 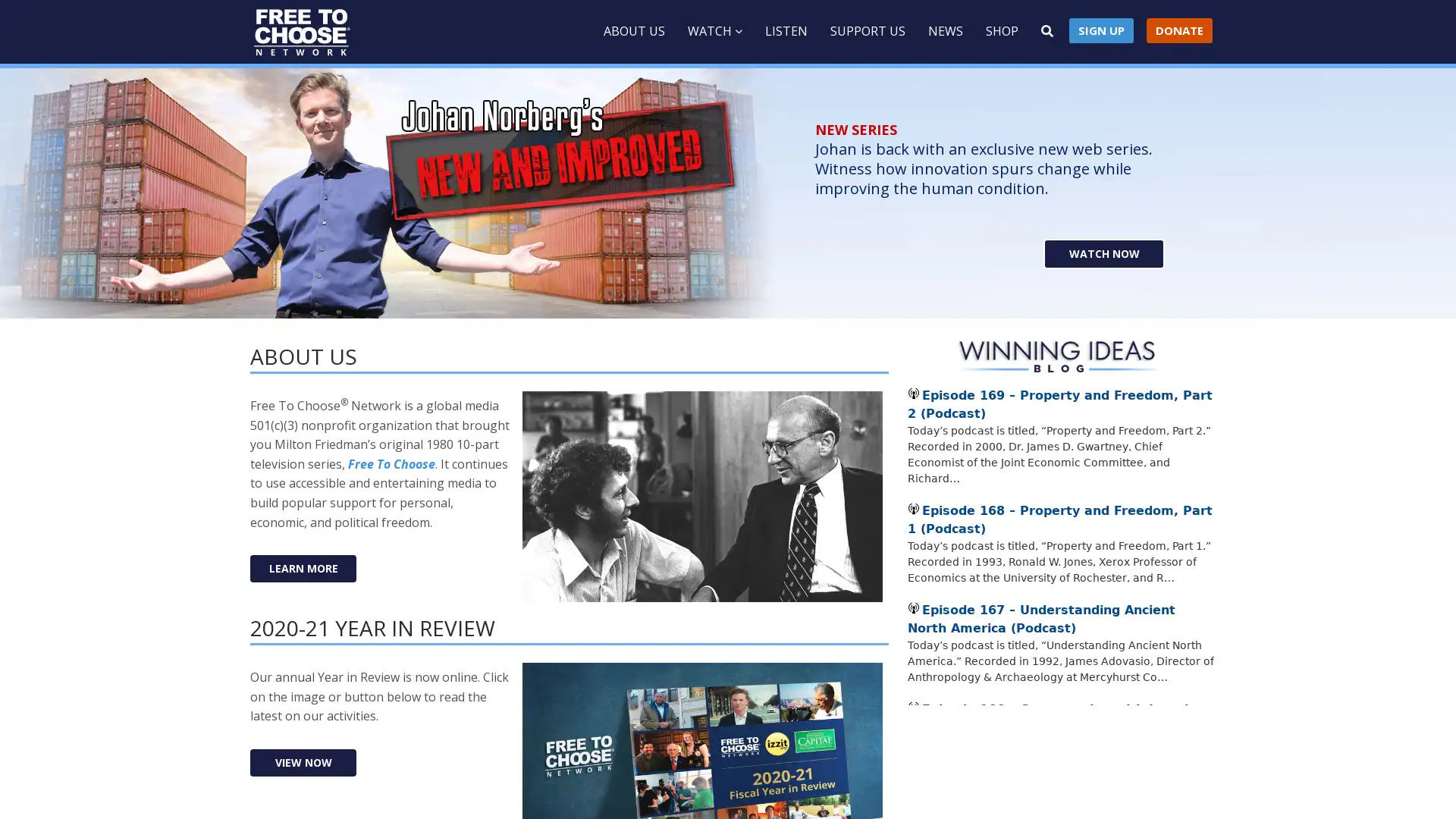 What do you see at coordinates (303, 568) in the screenshot?
I see `LEARN MORE` at bounding box center [303, 568].